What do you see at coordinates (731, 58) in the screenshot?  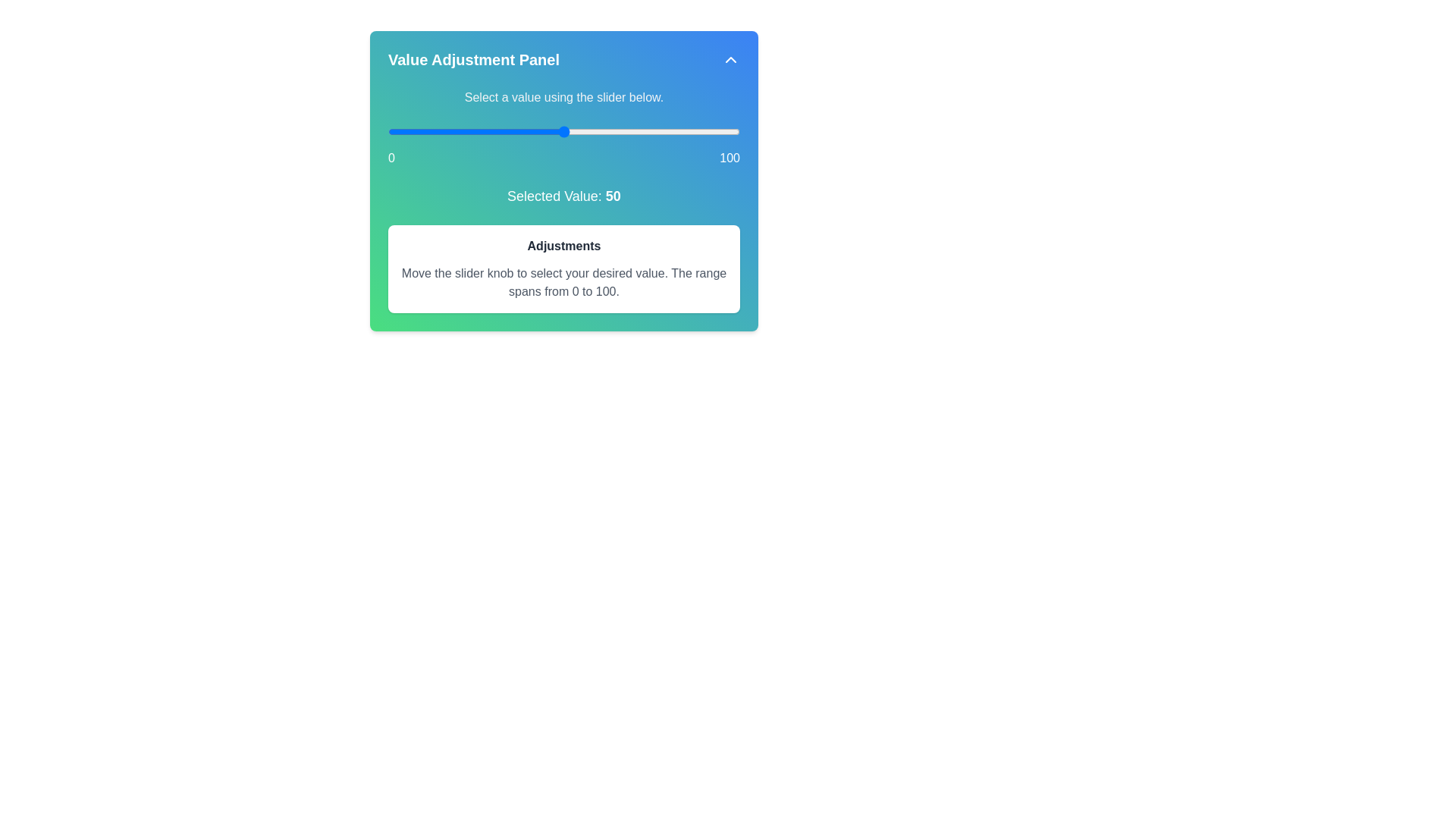 I see `the upward chevron arrow button located at the top-right corner of the 'Value Adjustment Panel'` at bounding box center [731, 58].